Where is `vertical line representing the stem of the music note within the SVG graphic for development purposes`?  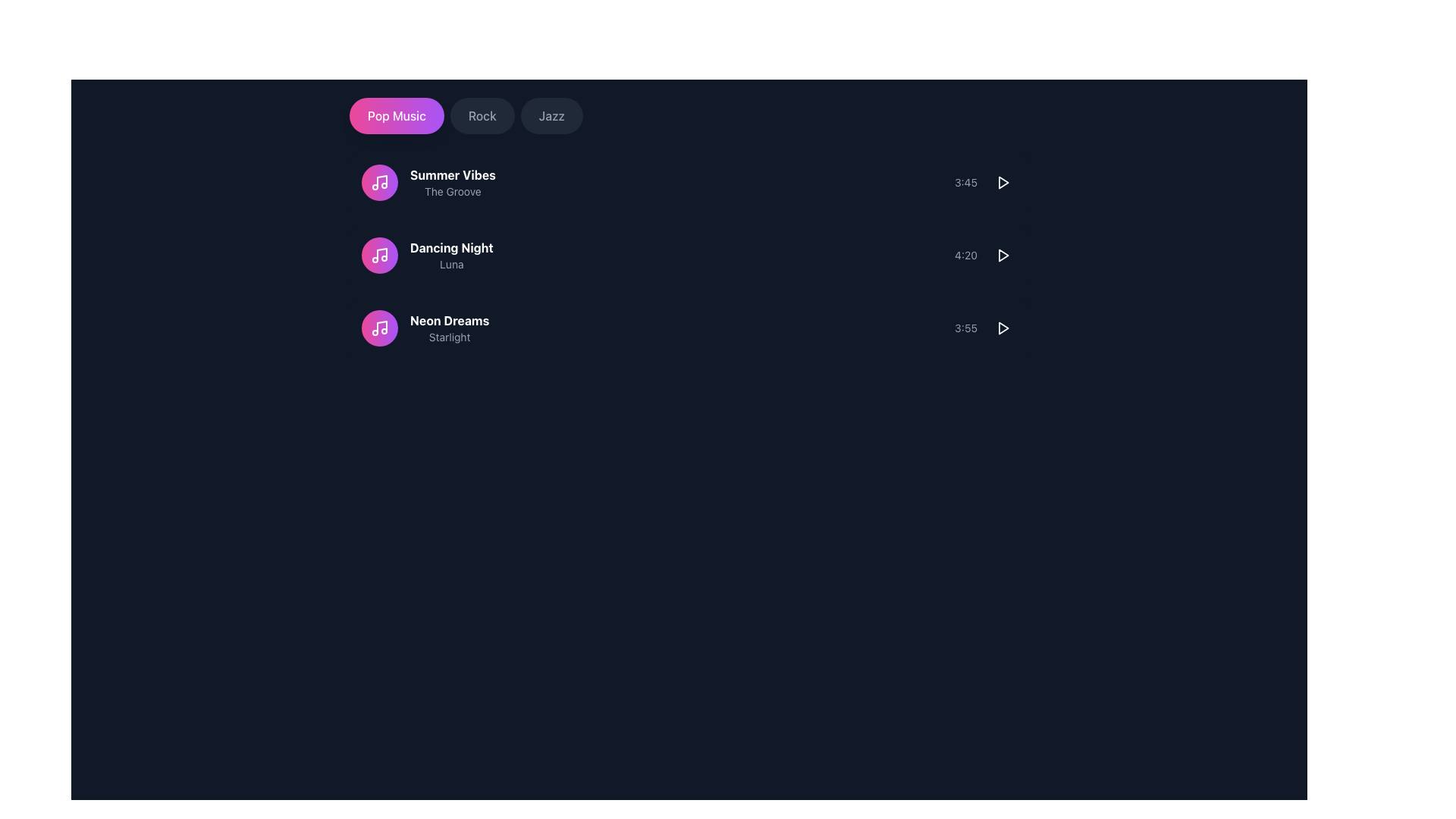 vertical line representing the stem of the music note within the SVG graphic for development purposes is located at coordinates (382, 253).